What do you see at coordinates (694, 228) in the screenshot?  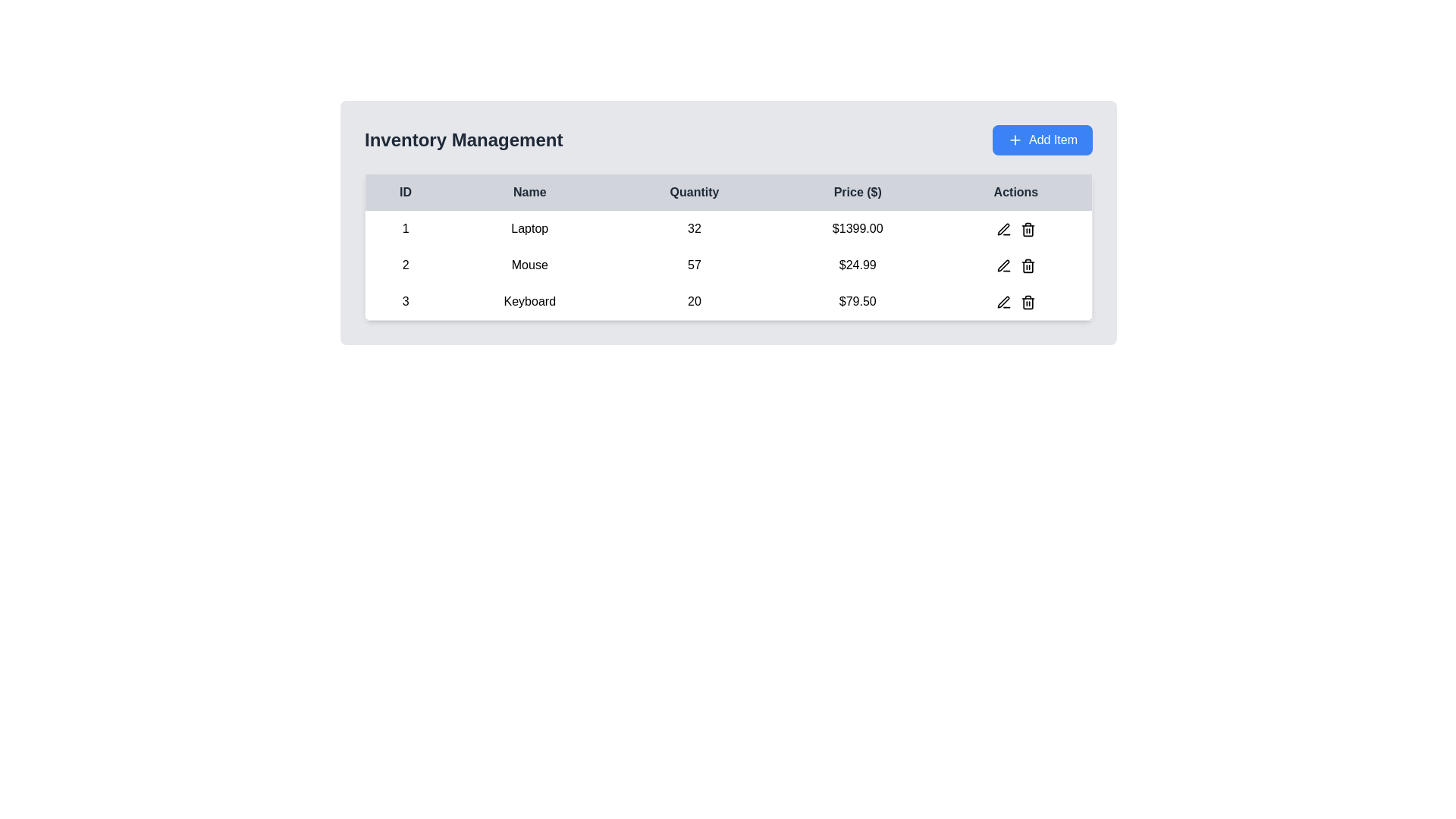 I see `the text label displaying the number '32' located in the third column of the first row under the 'Quantity' header in the table` at bounding box center [694, 228].